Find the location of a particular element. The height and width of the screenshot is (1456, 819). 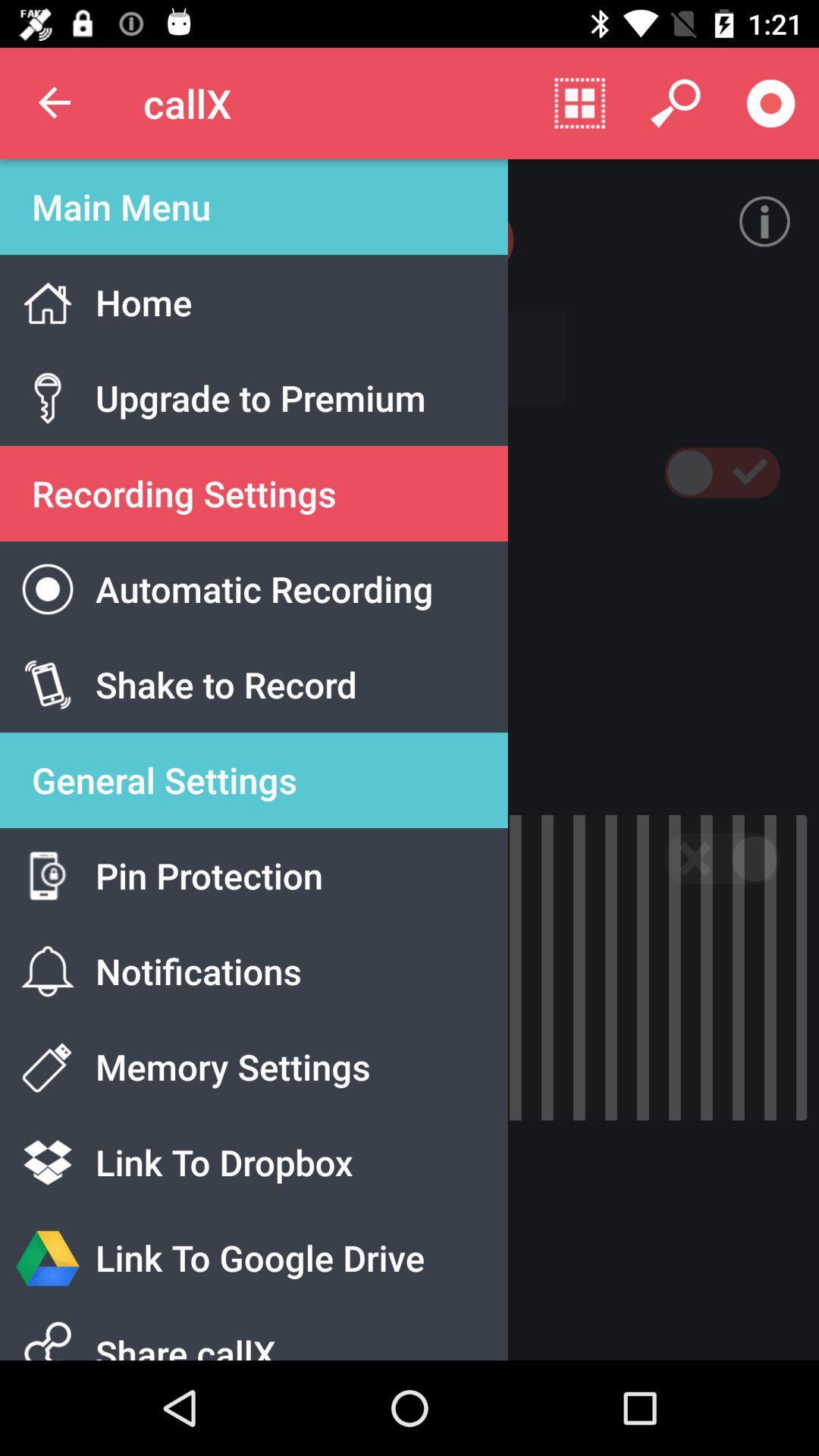

the info icon is located at coordinates (770, 206).